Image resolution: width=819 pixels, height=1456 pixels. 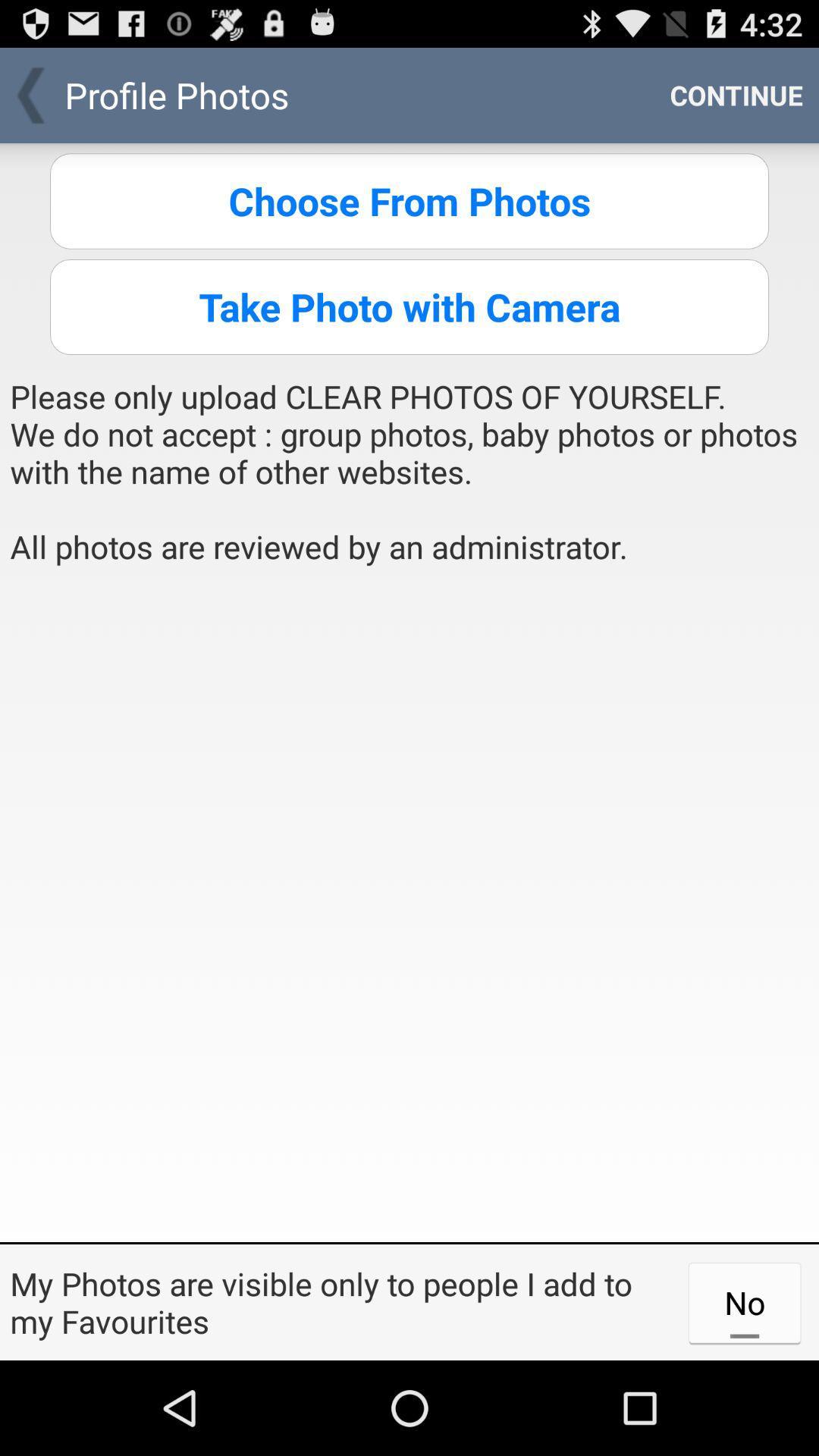 I want to click on the continue, so click(x=736, y=94).